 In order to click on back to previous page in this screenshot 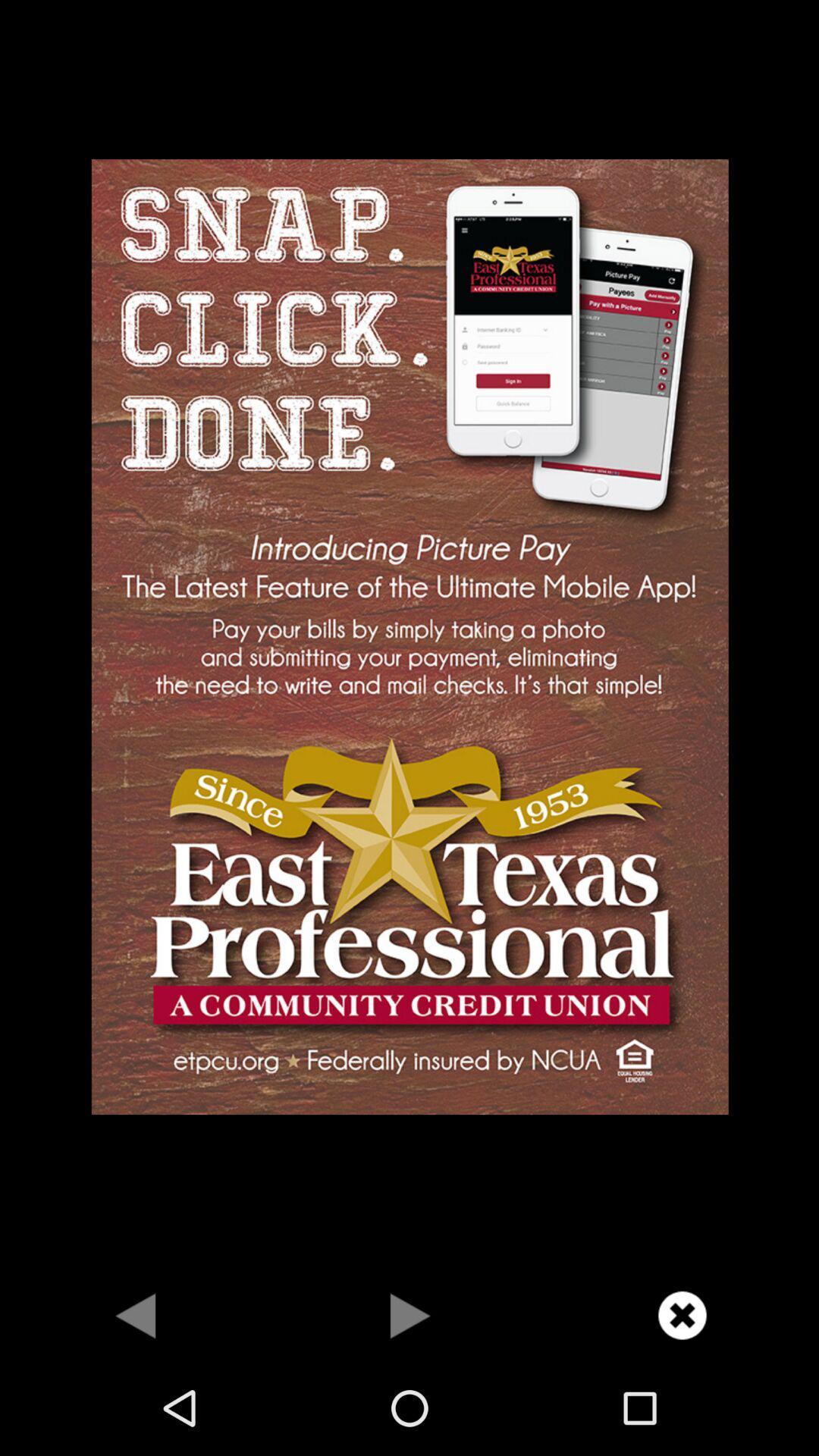, I will do `click(136, 1314)`.